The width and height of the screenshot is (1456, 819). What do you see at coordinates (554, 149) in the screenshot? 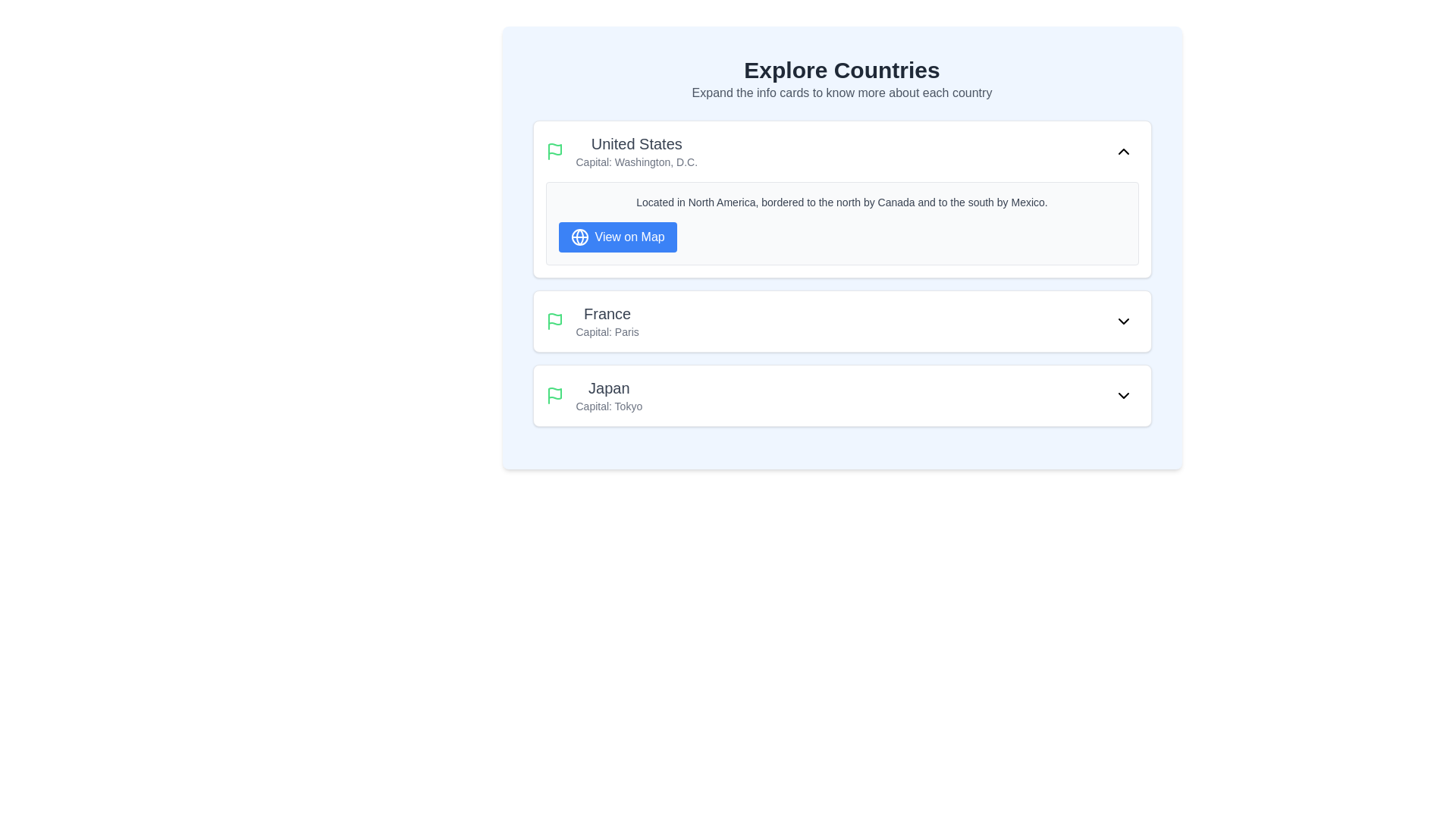
I see `the SVG flag icon located at the top-left corner of the United States card section, adjacent to the title 'United States'` at bounding box center [554, 149].